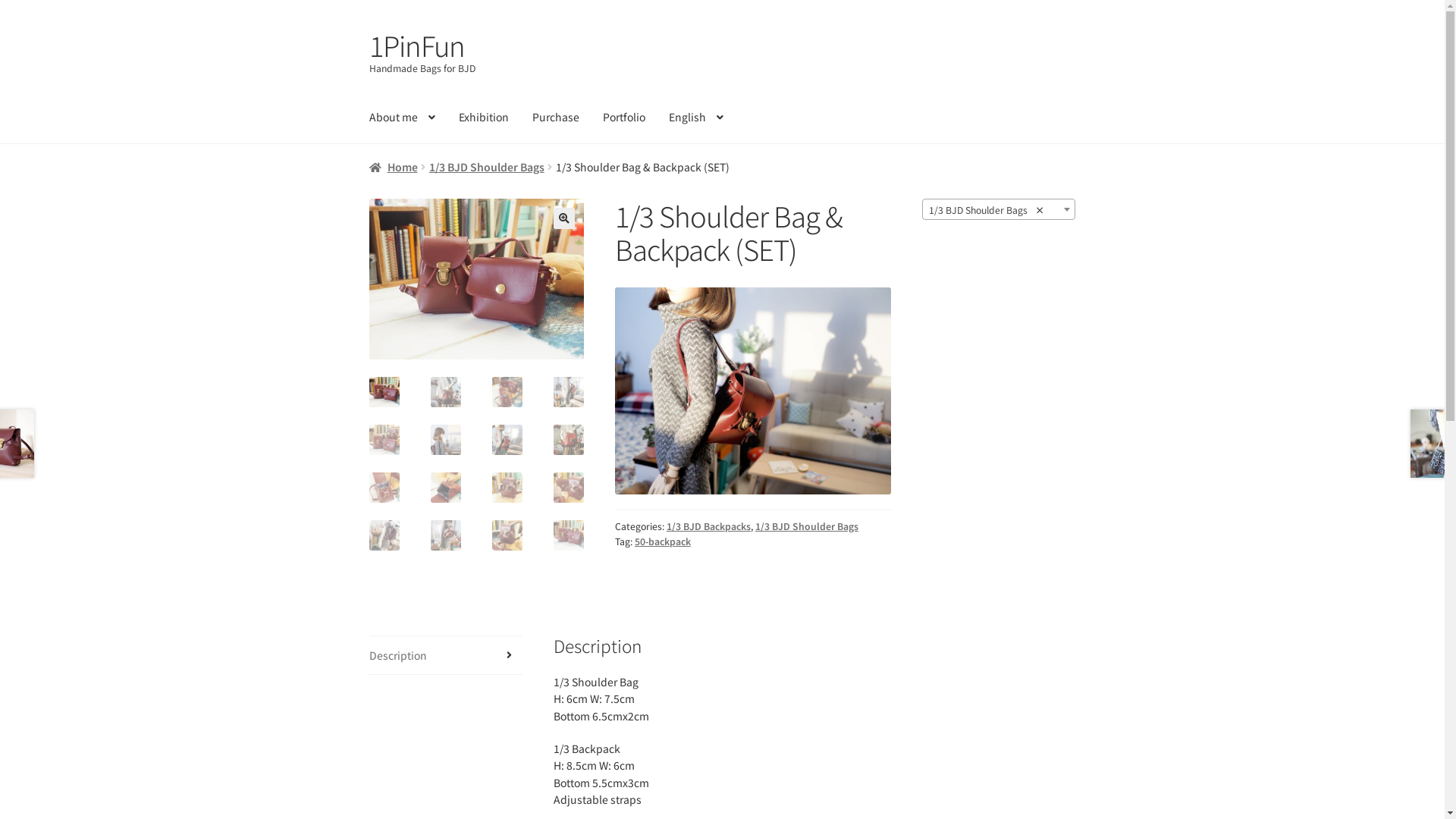 The image size is (1456, 819). Describe the element at coordinates (690, 342) in the screenshot. I see `'OLYMPUS DIGITAL CAMERA'` at that location.